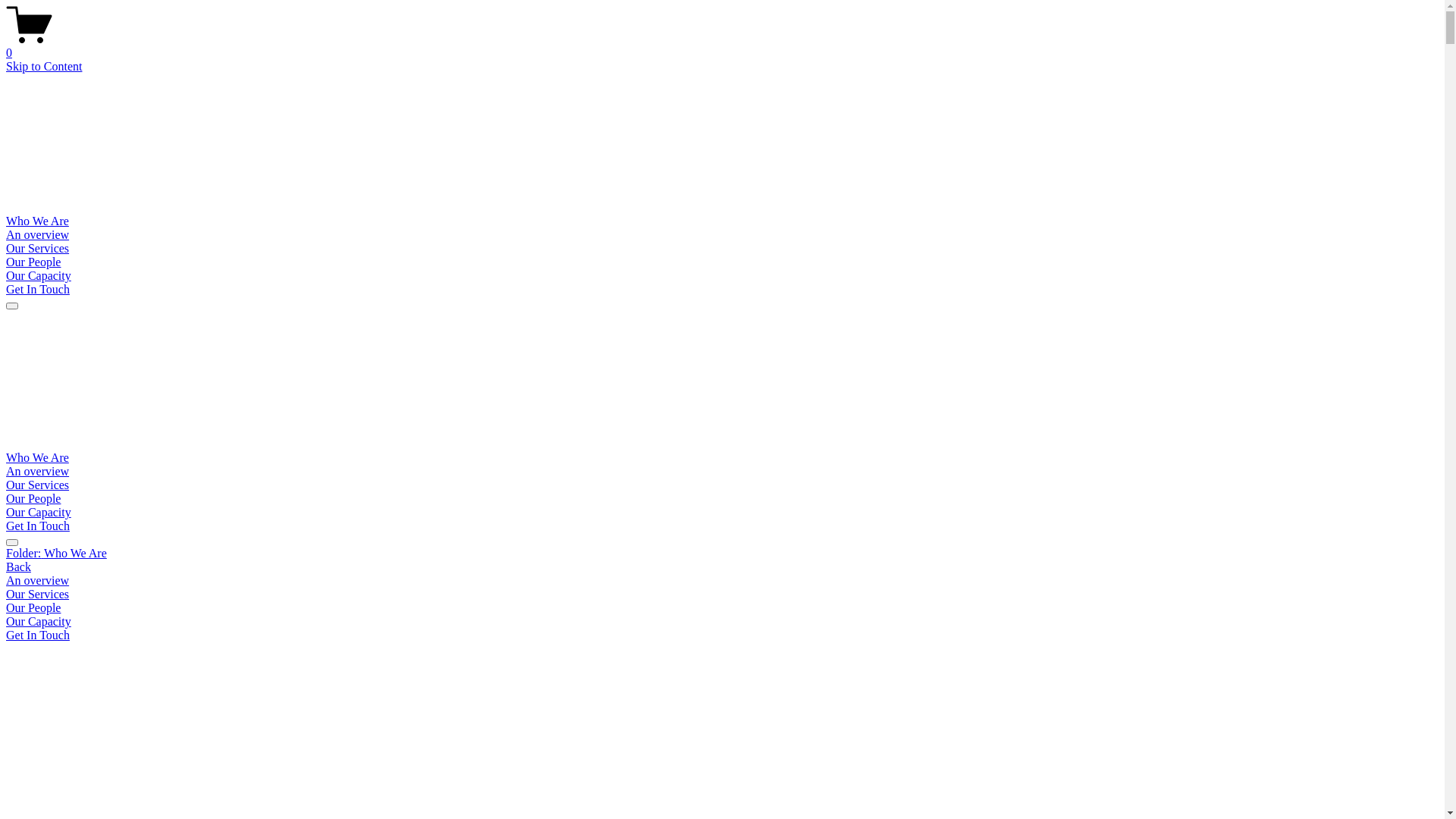  I want to click on 'Skip to Content', so click(6, 65).